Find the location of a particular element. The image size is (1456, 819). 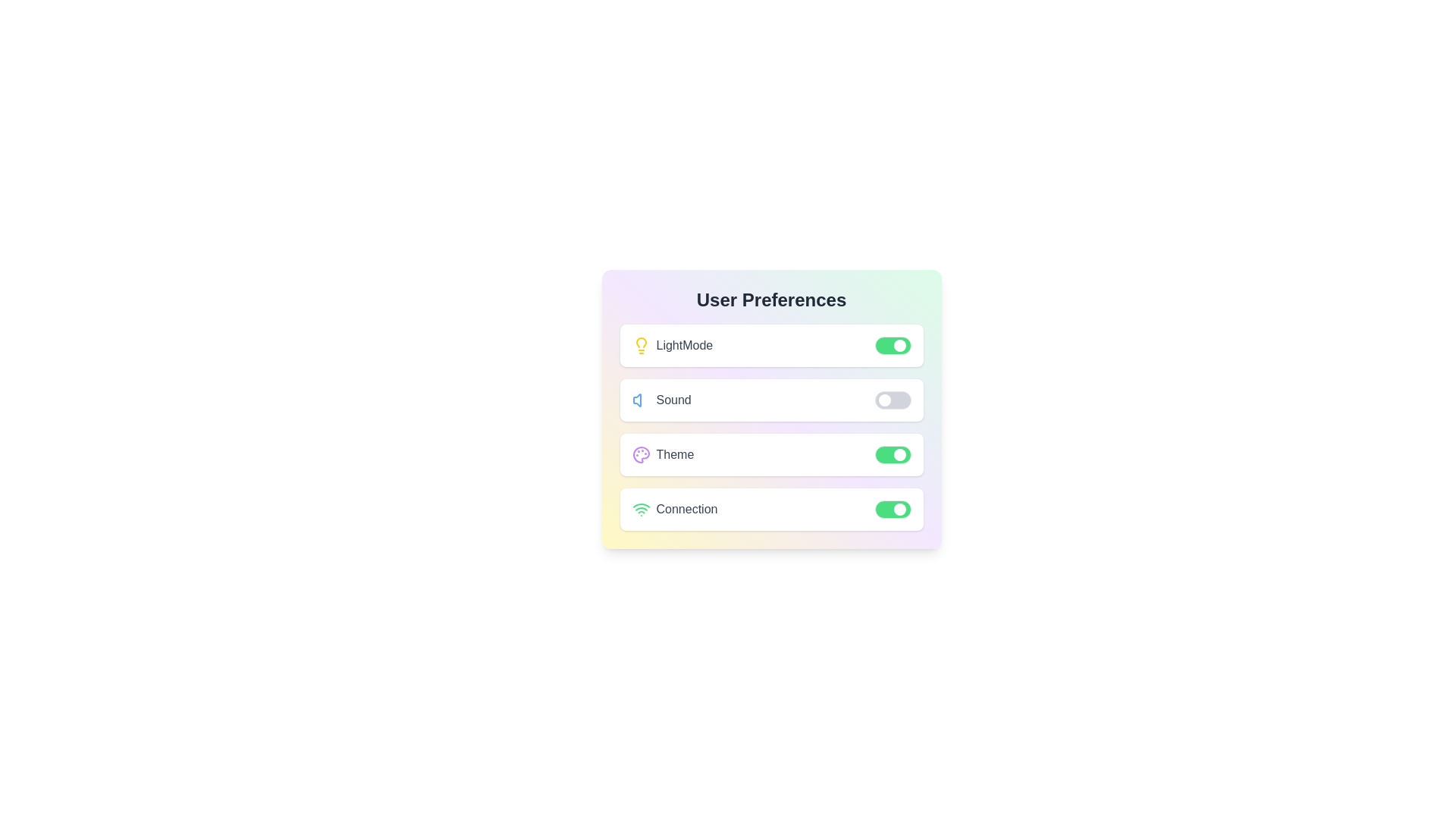

the circular icon resembling an artist's palette with a purple hue, located in the third row of the 'User Preferences' section next to the 'Theme' label is located at coordinates (641, 454).